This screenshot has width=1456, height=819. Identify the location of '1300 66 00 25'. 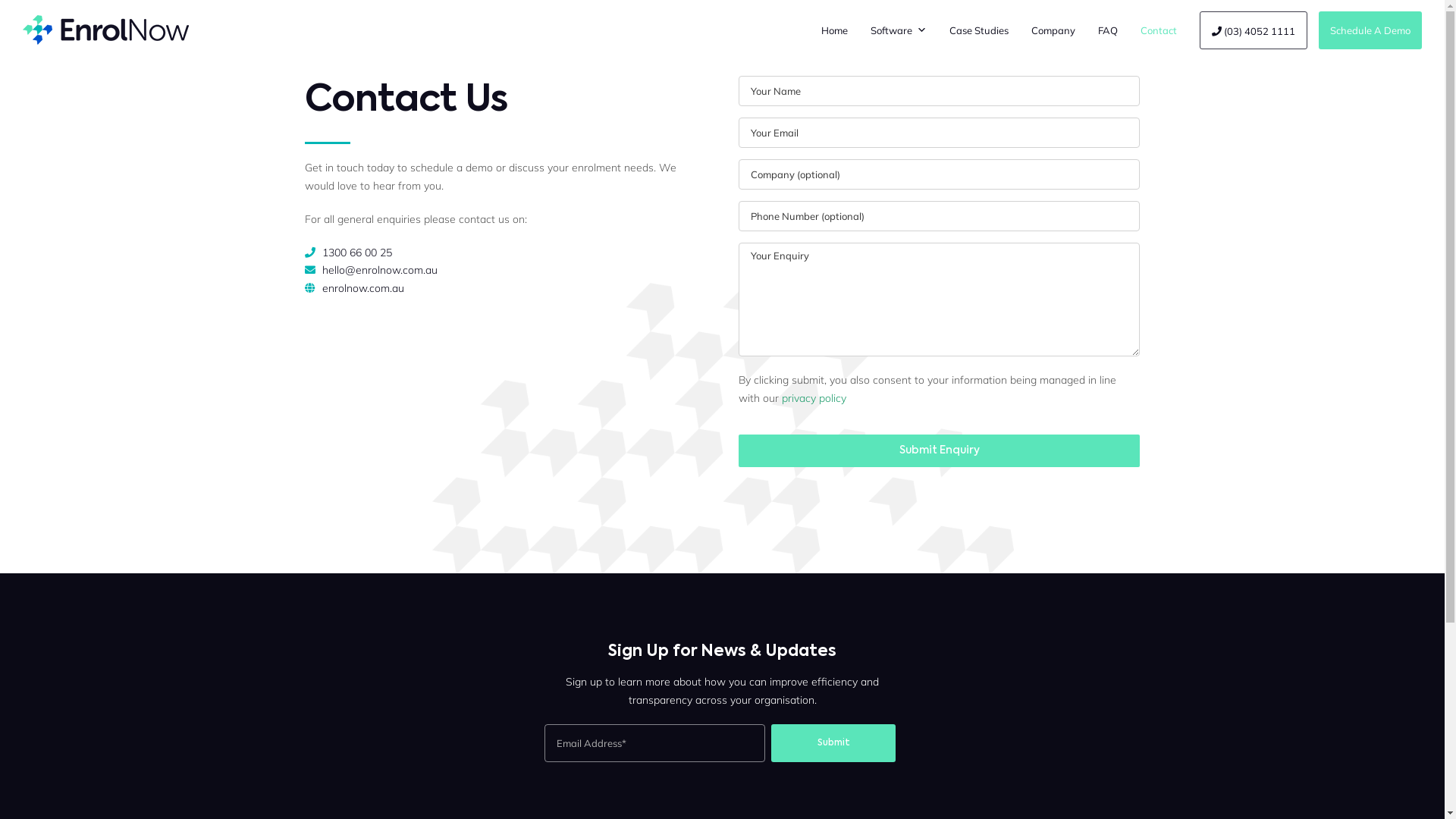
(356, 251).